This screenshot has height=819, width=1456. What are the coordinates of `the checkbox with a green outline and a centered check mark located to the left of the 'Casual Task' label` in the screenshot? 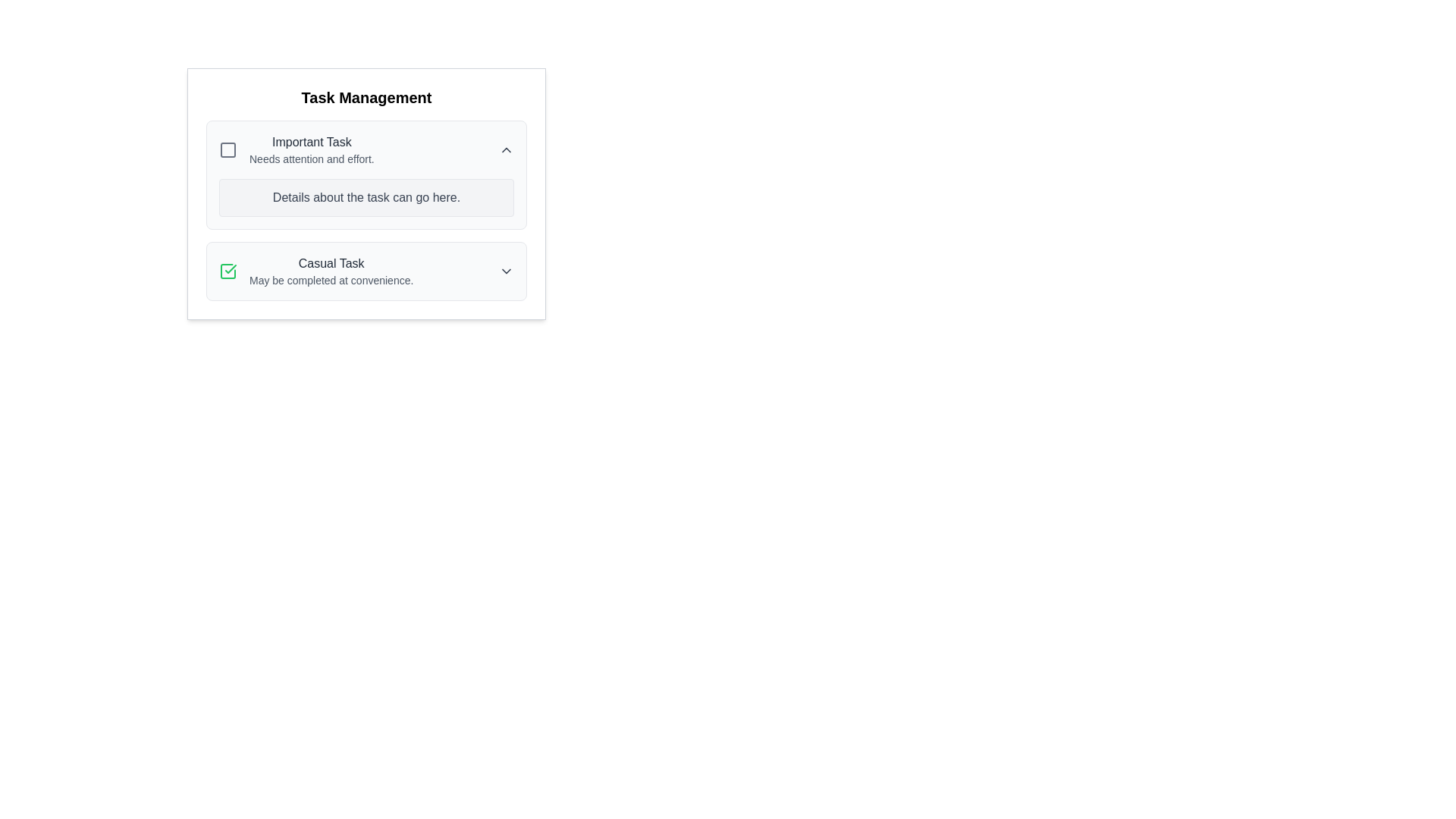 It's located at (227, 271).